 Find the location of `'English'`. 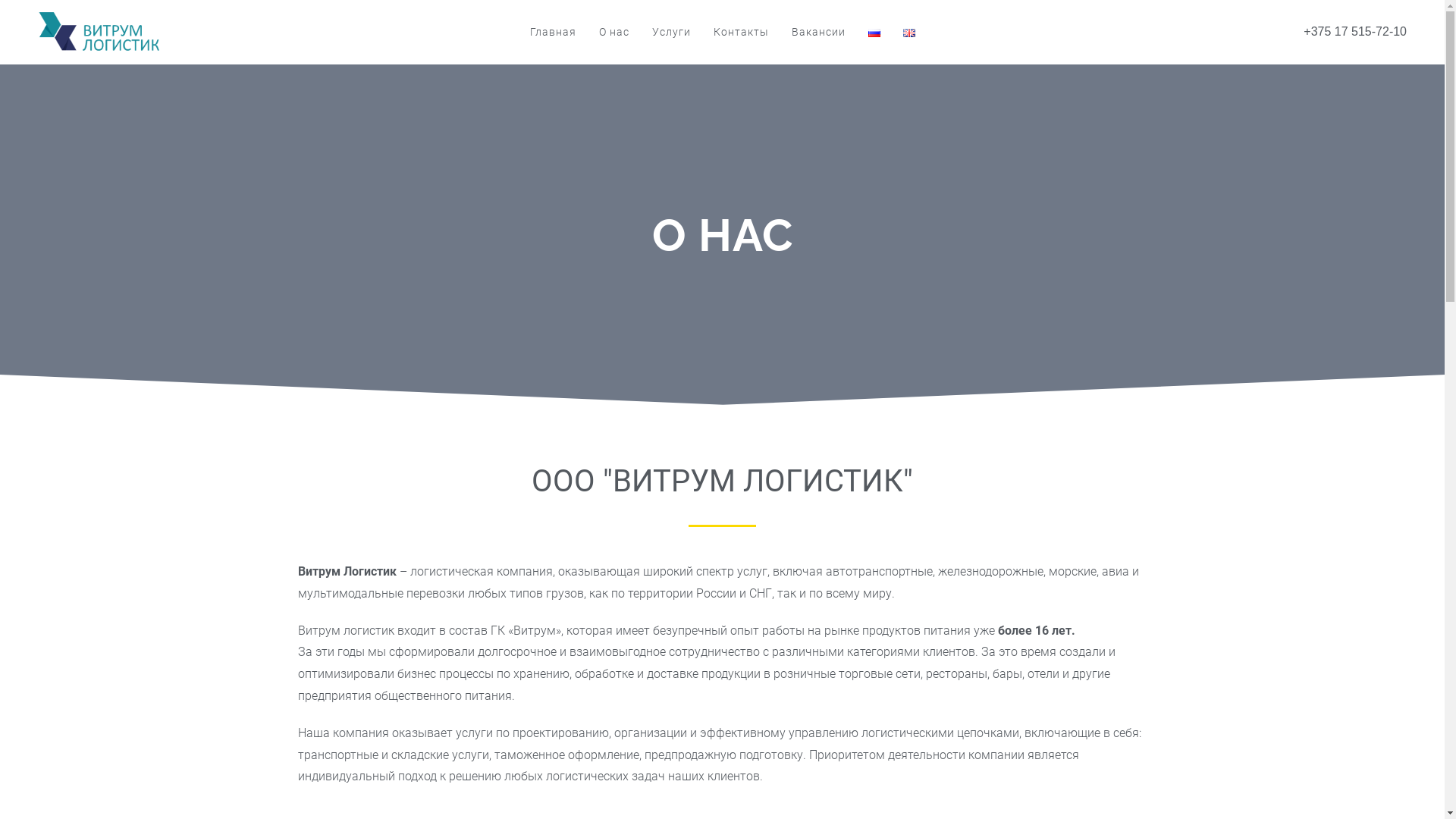

'English' is located at coordinates (908, 33).